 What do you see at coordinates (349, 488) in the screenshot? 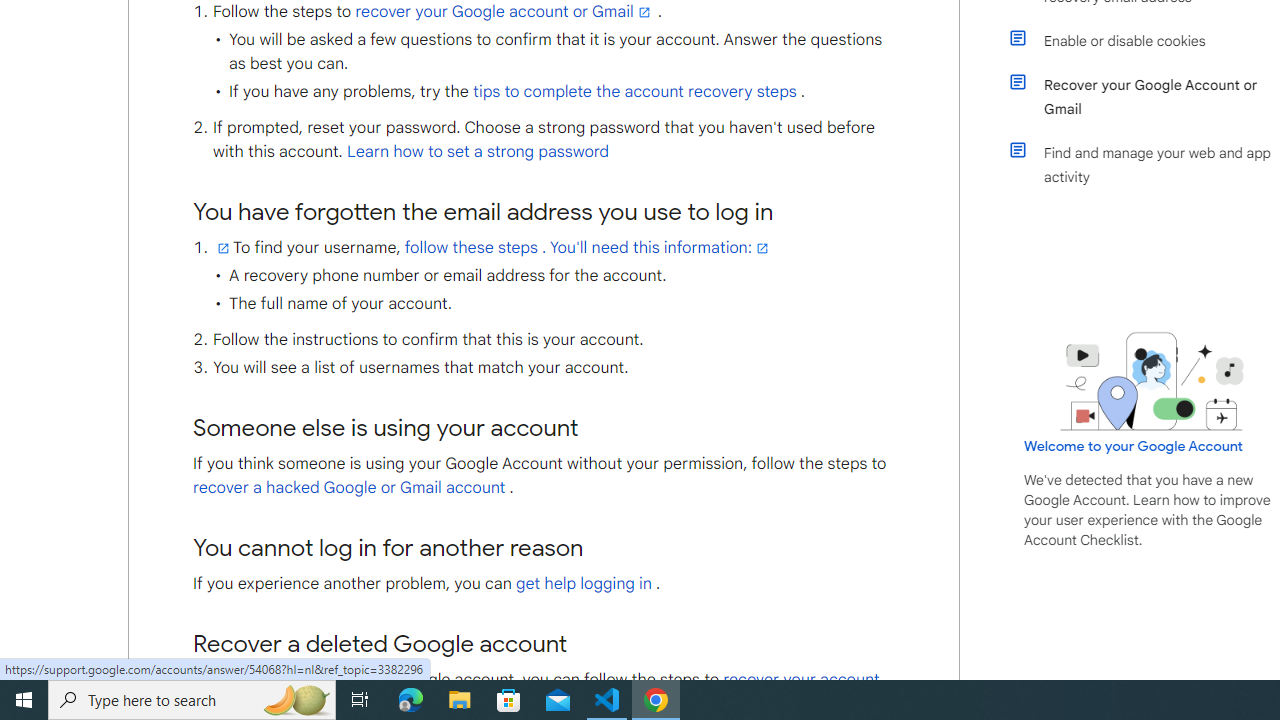
I see `'recover a hacked Google or Gmail account'` at bounding box center [349, 488].